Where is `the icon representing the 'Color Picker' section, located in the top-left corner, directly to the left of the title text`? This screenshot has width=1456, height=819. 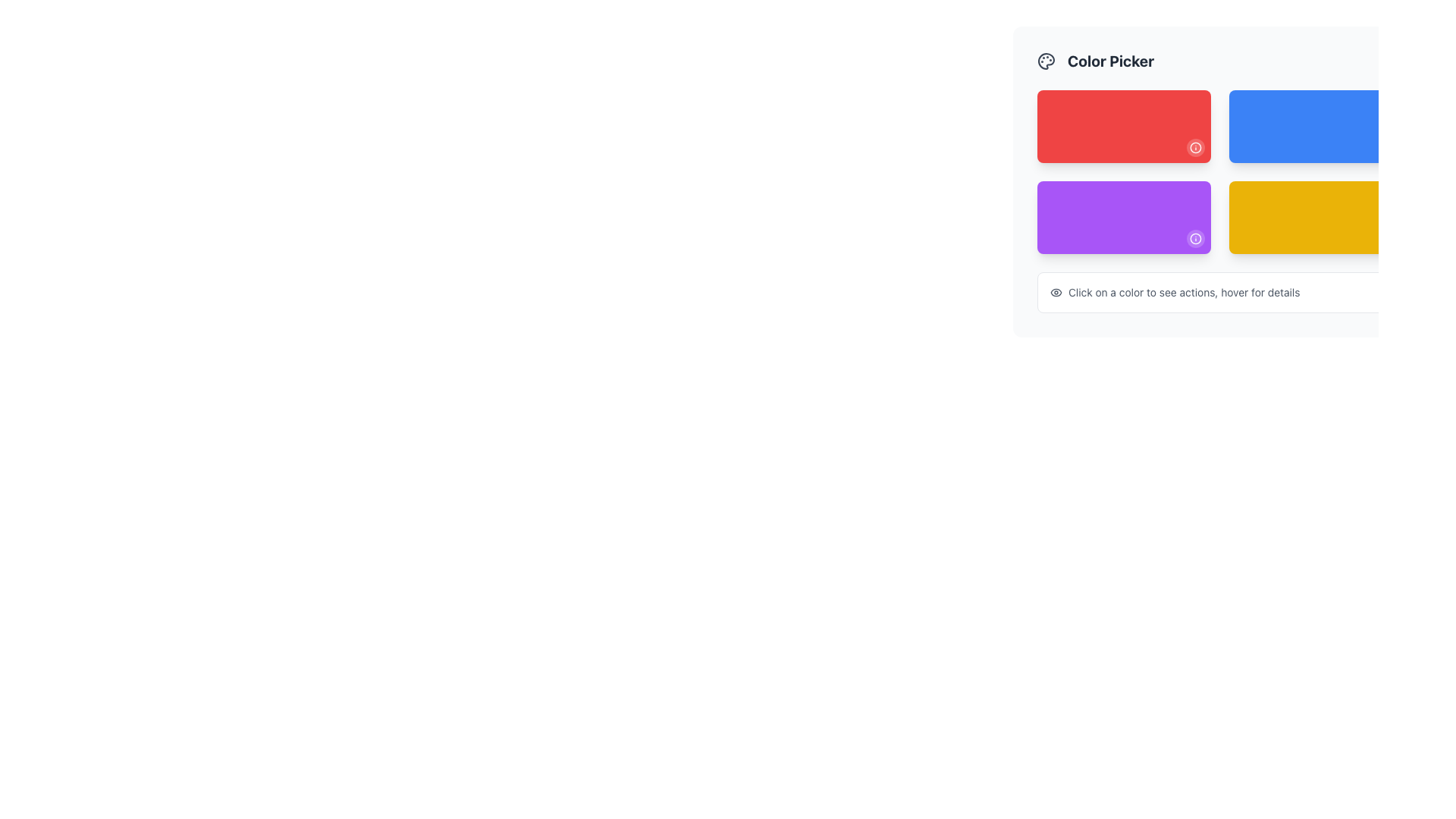 the icon representing the 'Color Picker' section, located in the top-left corner, directly to the left of the title text is located at coordinates (1046, 61).